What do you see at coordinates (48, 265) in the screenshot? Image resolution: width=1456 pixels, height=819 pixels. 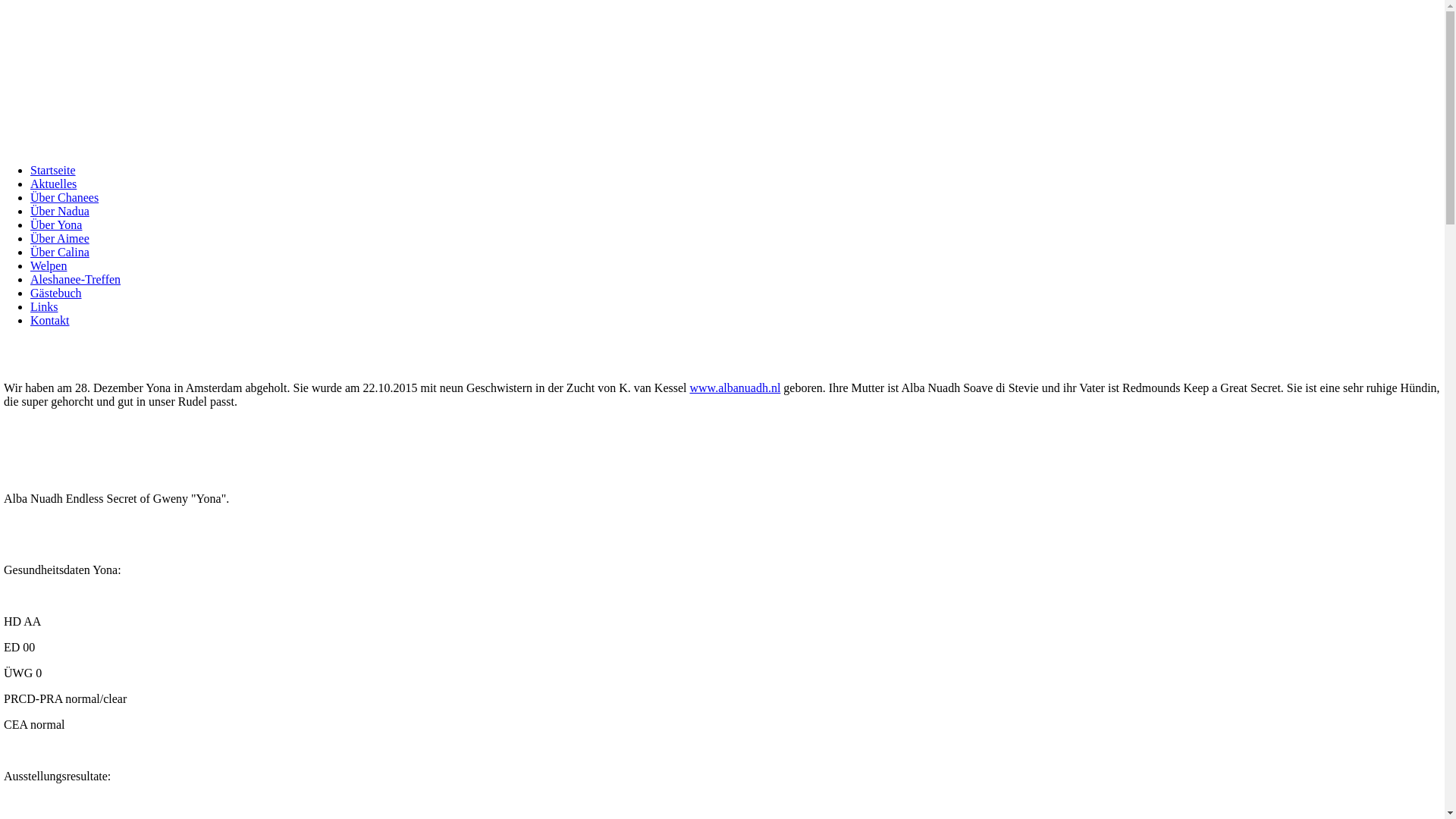 I see `'Welpen'` at bounding box center [48, 265].